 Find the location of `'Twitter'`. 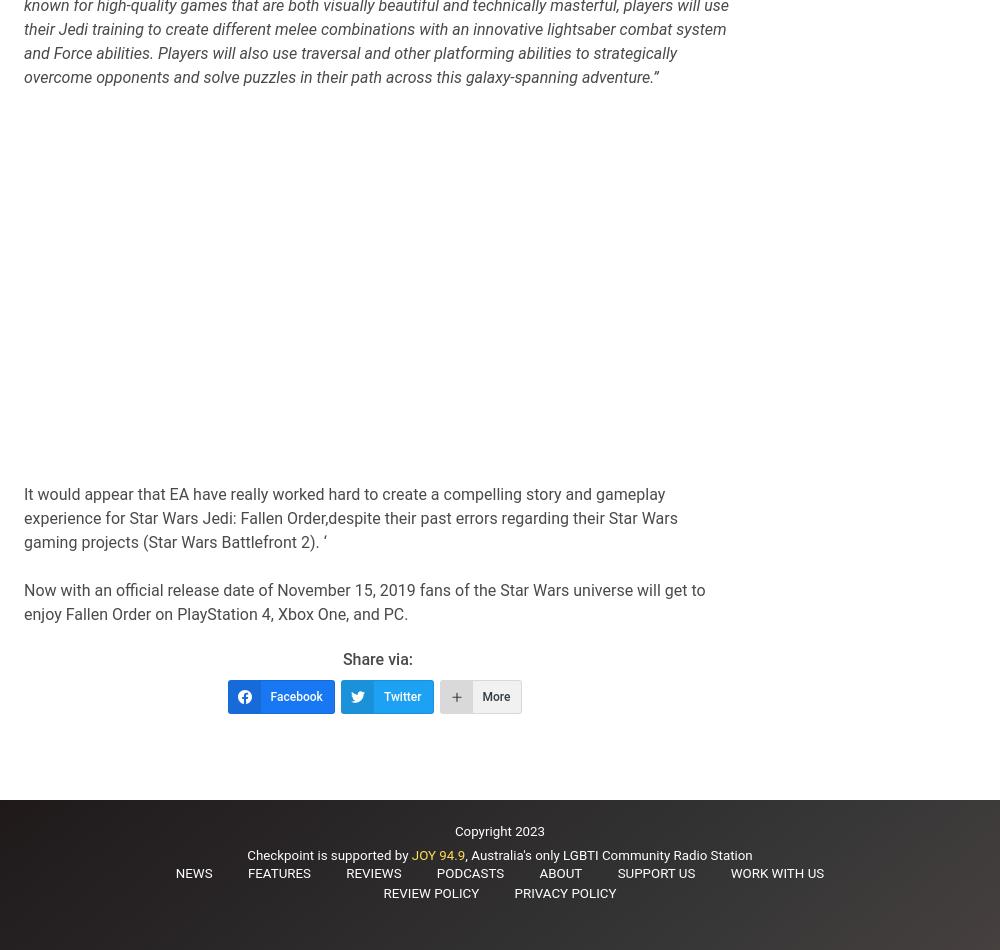

'Twitter' is located at coordinates (402, 697).